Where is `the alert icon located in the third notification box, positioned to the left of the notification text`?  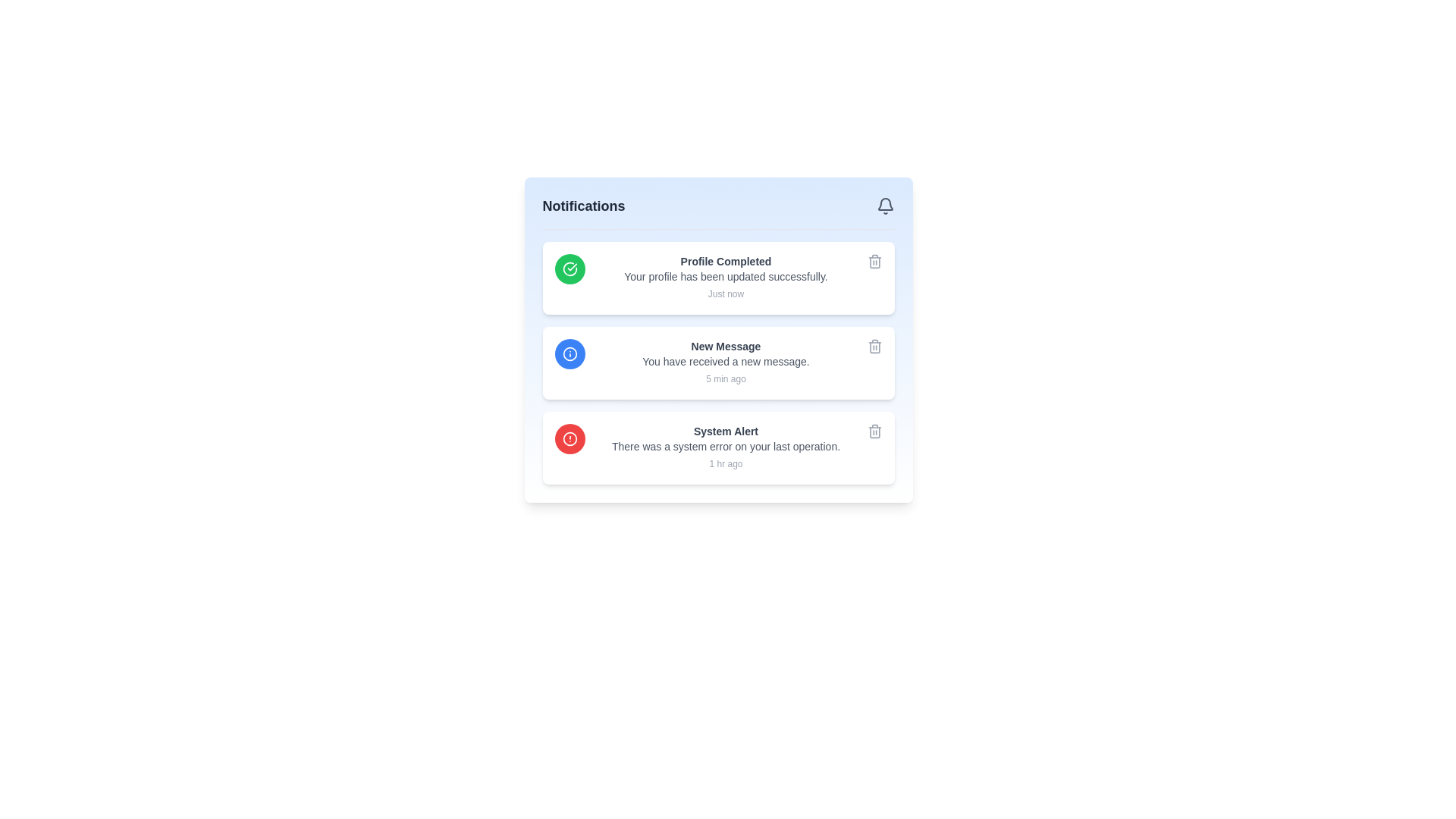
the alert icon located in the third notification box, positioned to the left of the notification text is located at coordinates (569, 438).